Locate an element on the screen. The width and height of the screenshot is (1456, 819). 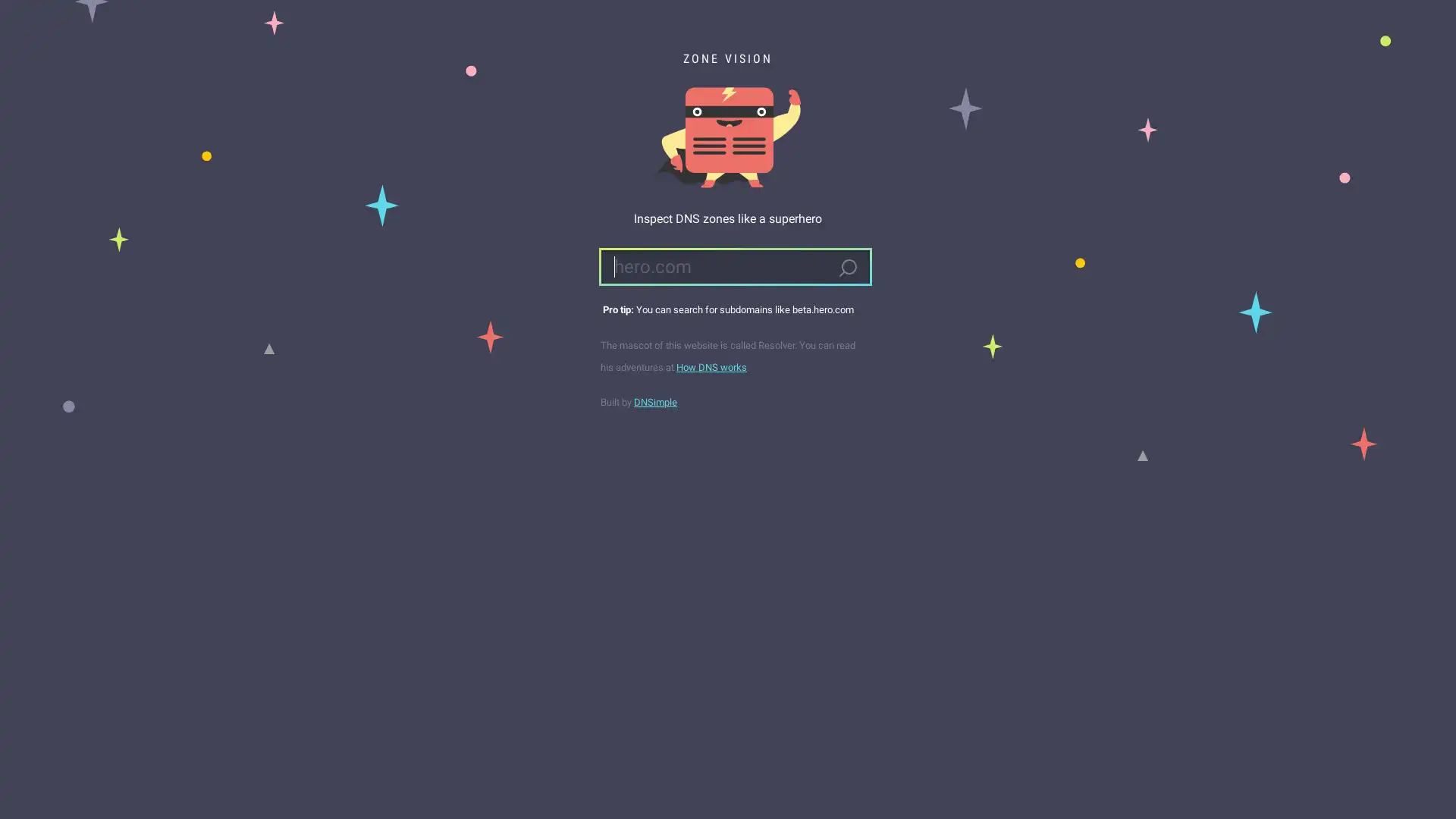
Submit is located at coordinates (846, 268).